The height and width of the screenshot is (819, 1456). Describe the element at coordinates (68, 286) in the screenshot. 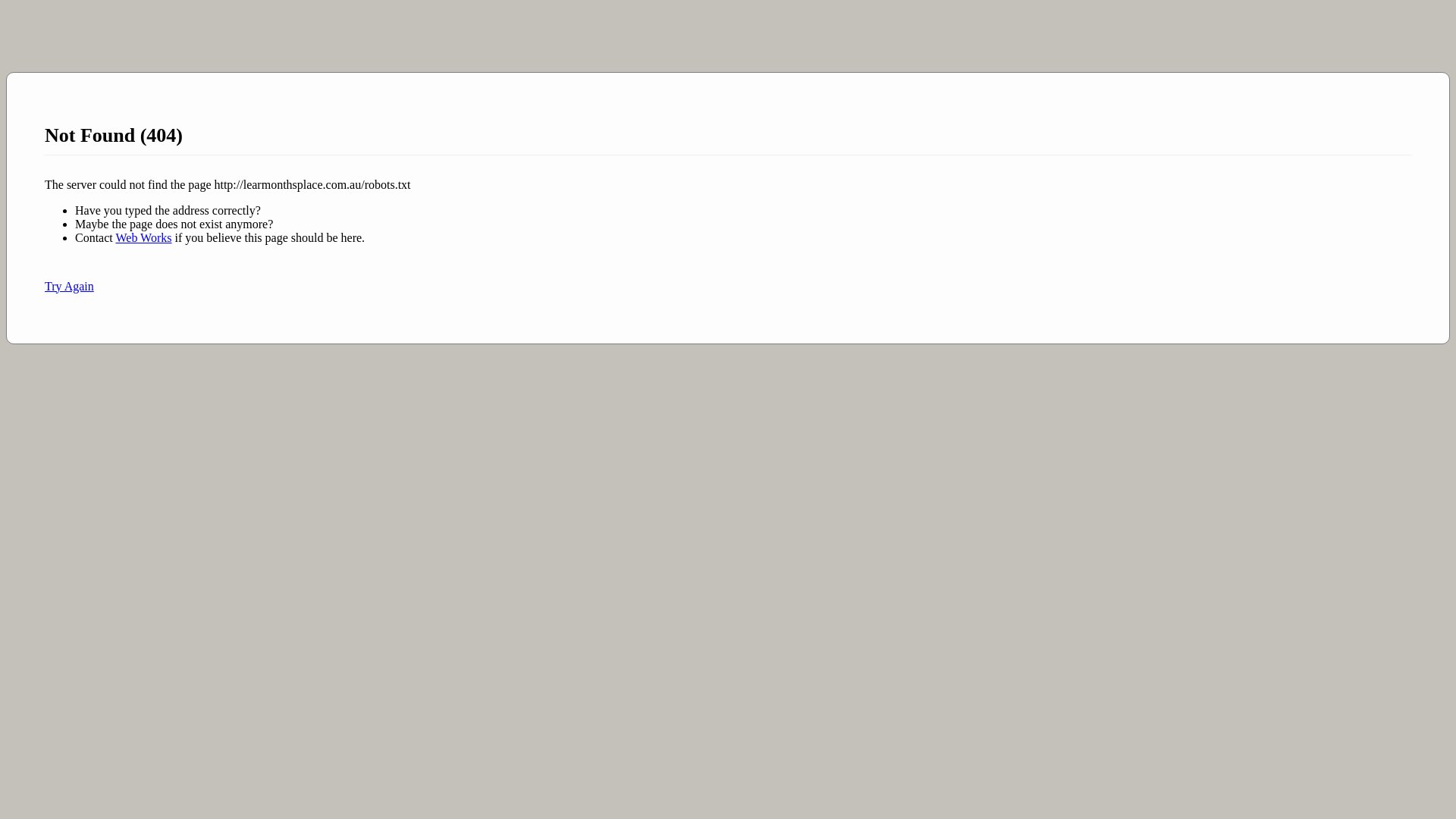

I see `'Try Again'` at that location.